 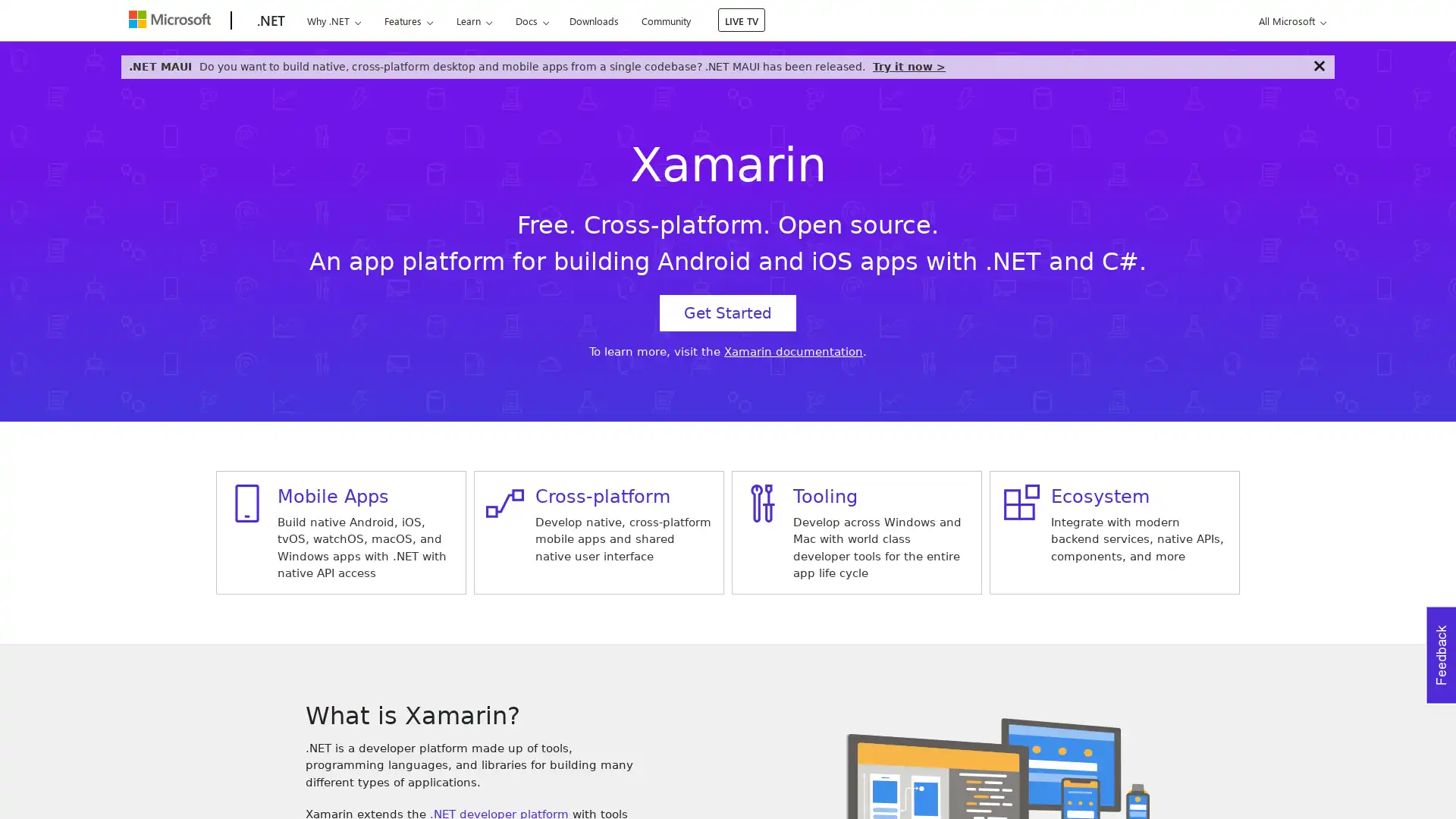 I want to click on close, so click(x=1318, y=65).